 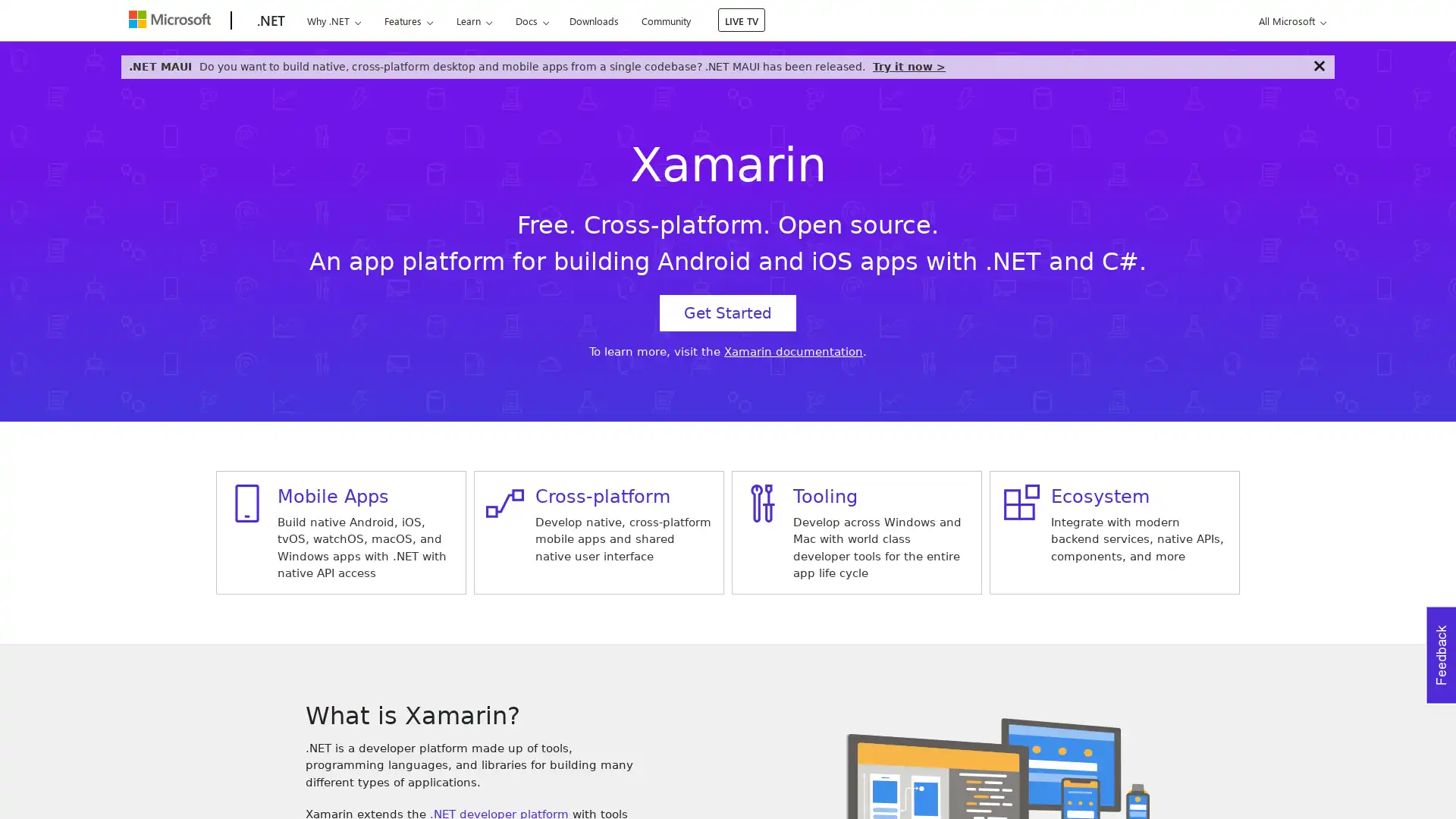 I want to click on close, so click(x=1318, y=65).